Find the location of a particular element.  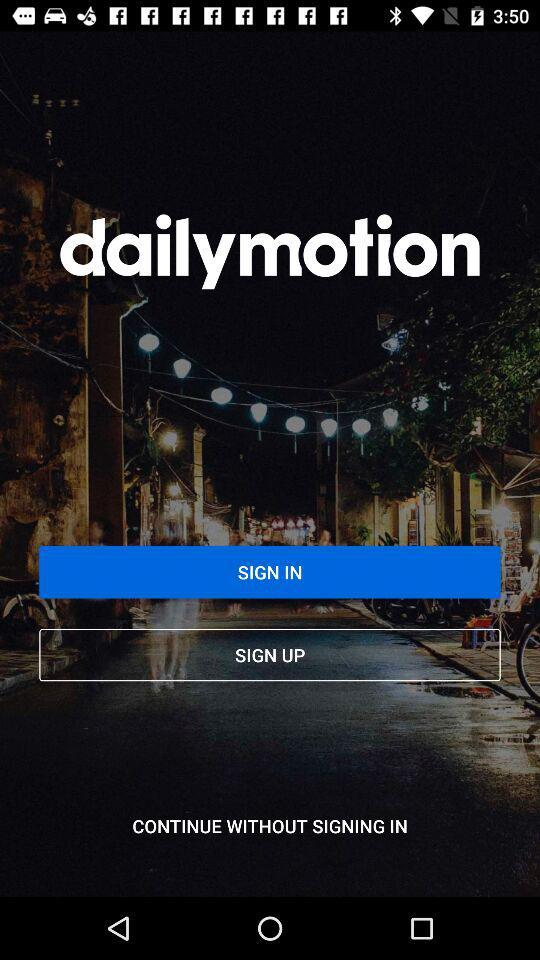

the sign in item is located at coordinates (270, 572).